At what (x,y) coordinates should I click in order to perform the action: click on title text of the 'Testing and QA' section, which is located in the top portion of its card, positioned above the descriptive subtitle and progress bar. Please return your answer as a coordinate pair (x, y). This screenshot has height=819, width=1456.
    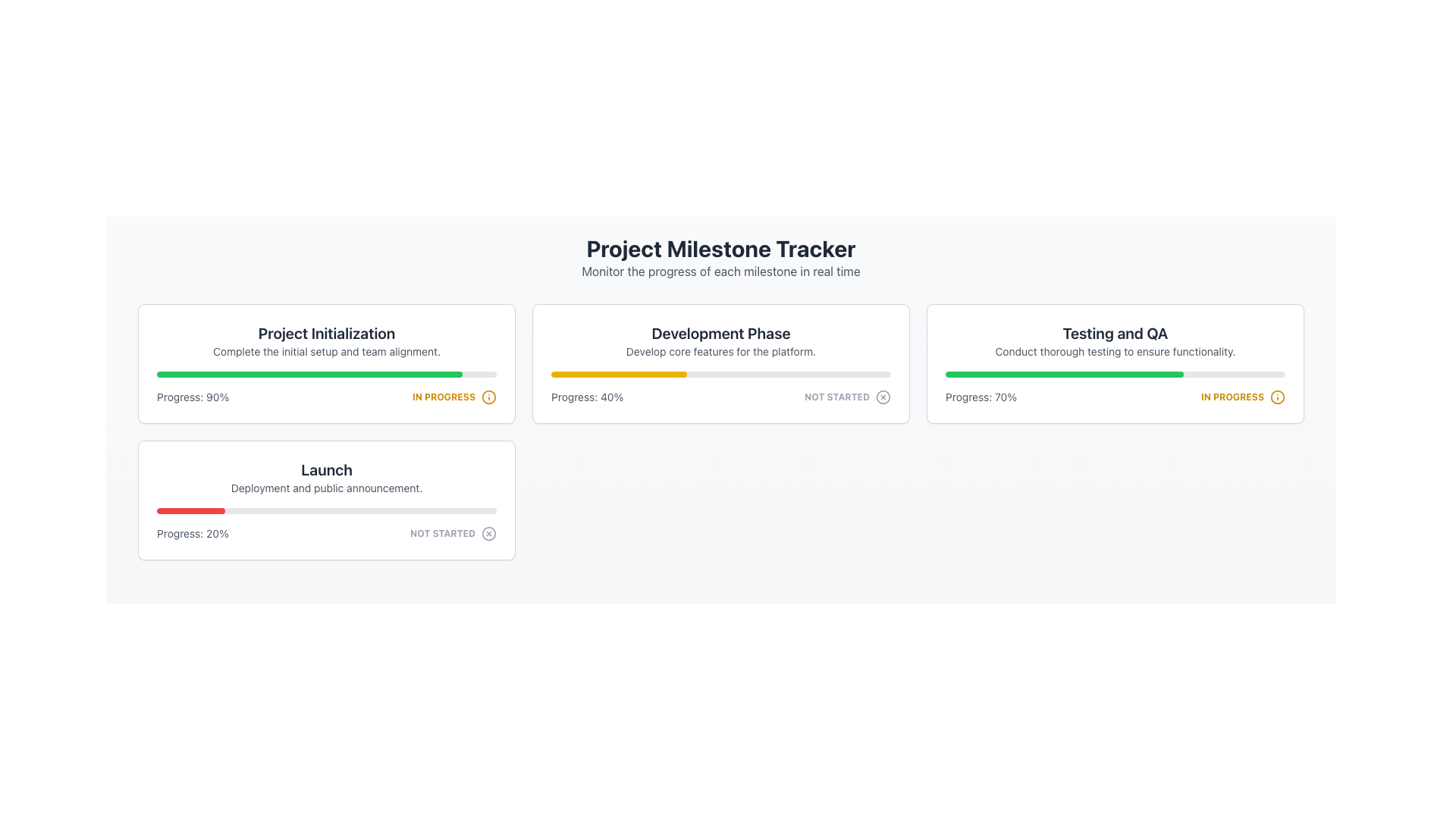
    Looking at the image, I should click on (1115, 332).